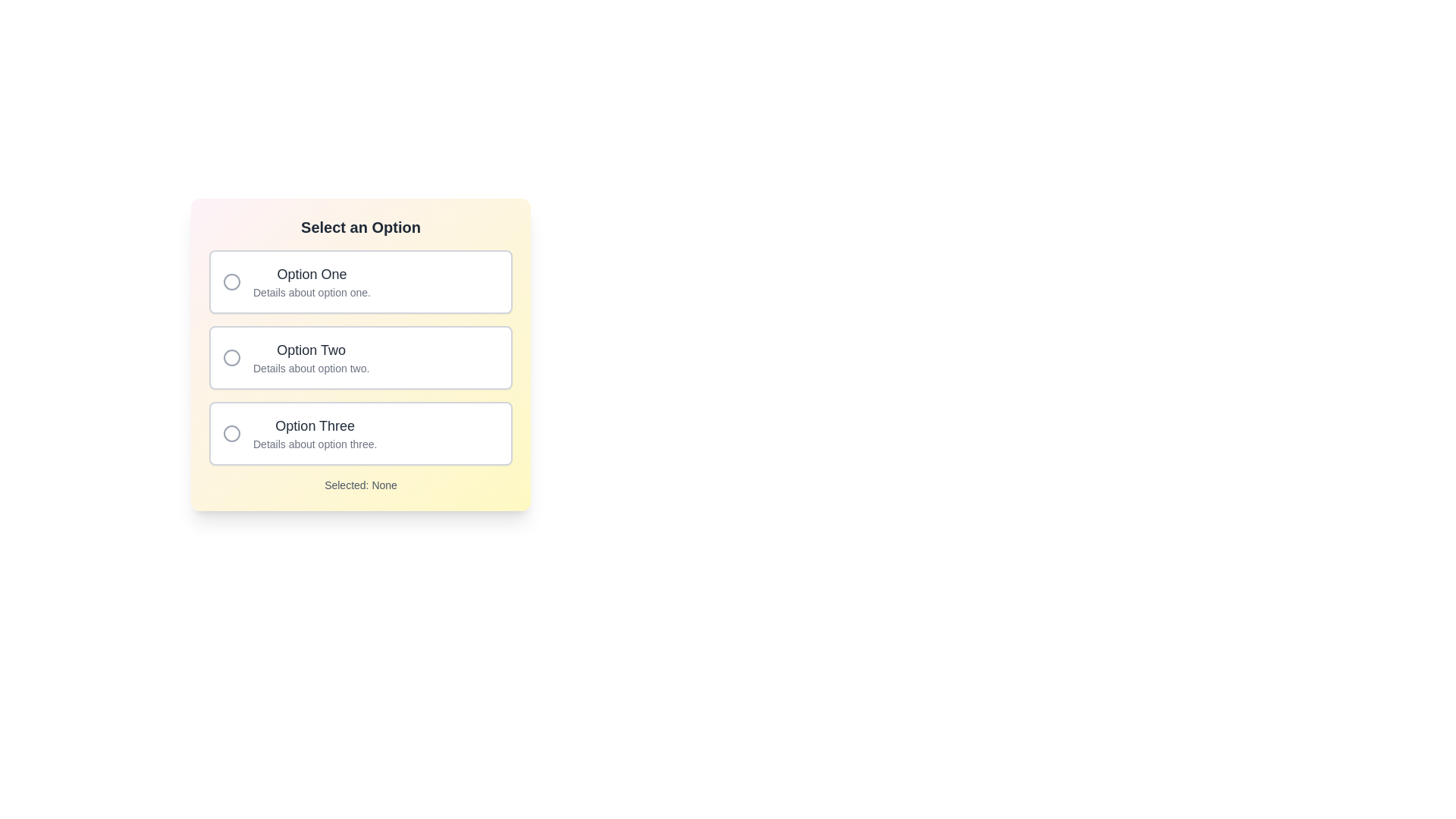  Describe the element at coordinates (310, 369) in the screenshot. I see `the static text element that provides descriptive information about 'Option Two', located to the right of the selection indicator and below the title text` at that location.